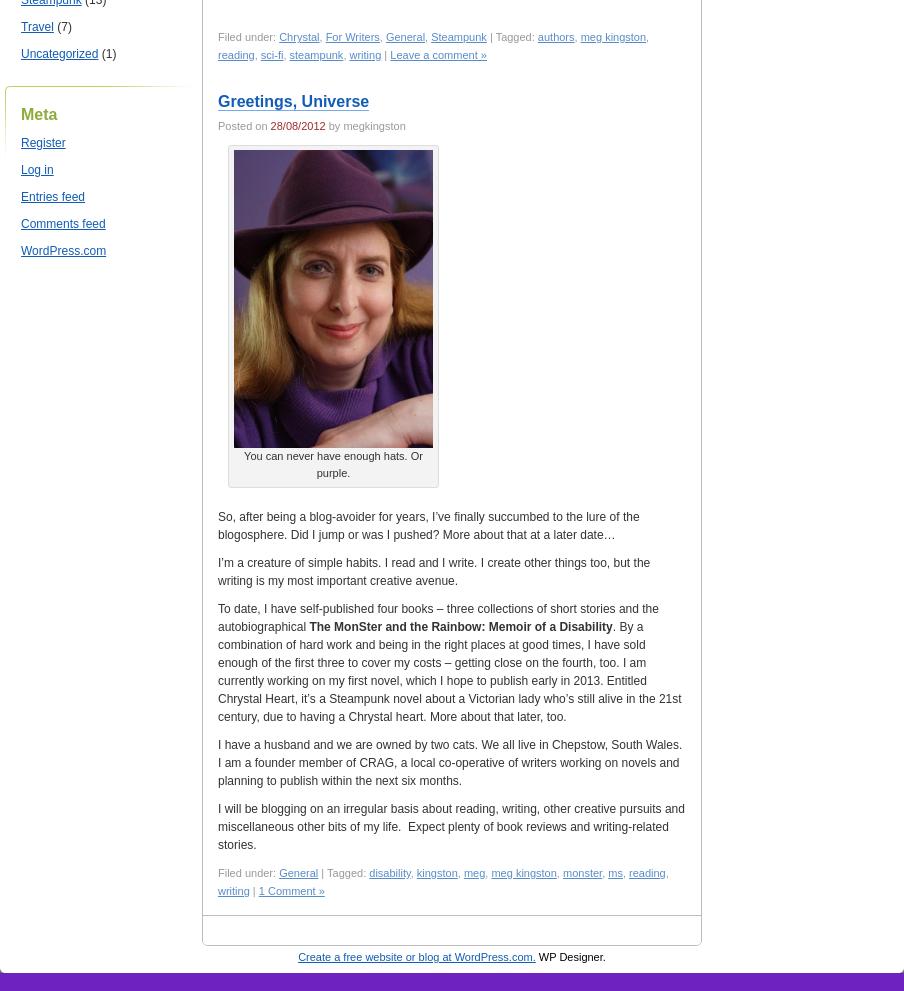  What do you see at coordinates (62, 25) in the screenshot?
I see `'(7)'` at bounding box center [62, 25].